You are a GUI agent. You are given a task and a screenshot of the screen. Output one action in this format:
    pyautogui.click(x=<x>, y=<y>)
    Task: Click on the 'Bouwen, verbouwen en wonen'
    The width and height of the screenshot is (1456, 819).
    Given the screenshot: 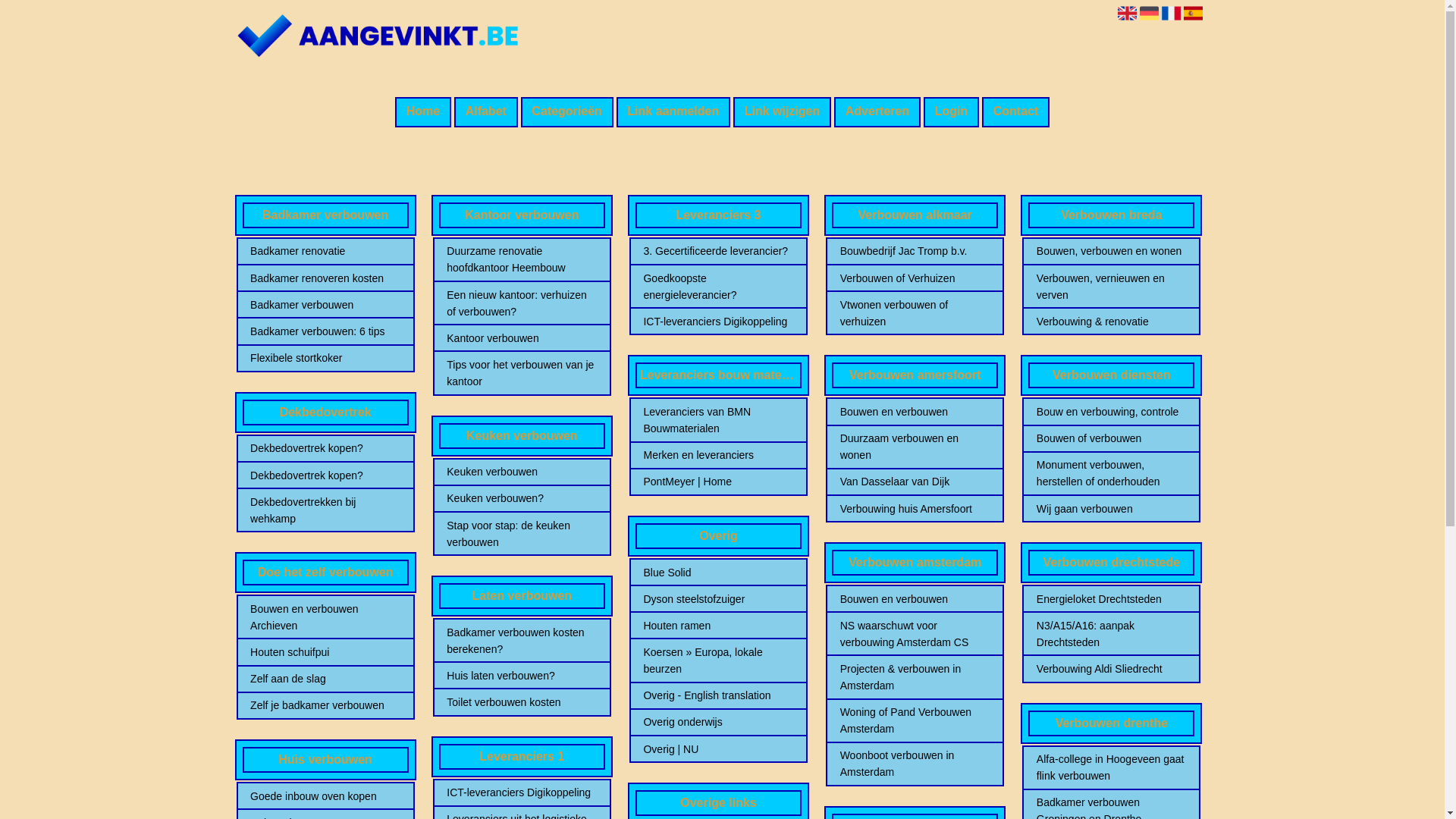 What is the action you would take?
    pyautogui.click(x=1111, y=250)
    